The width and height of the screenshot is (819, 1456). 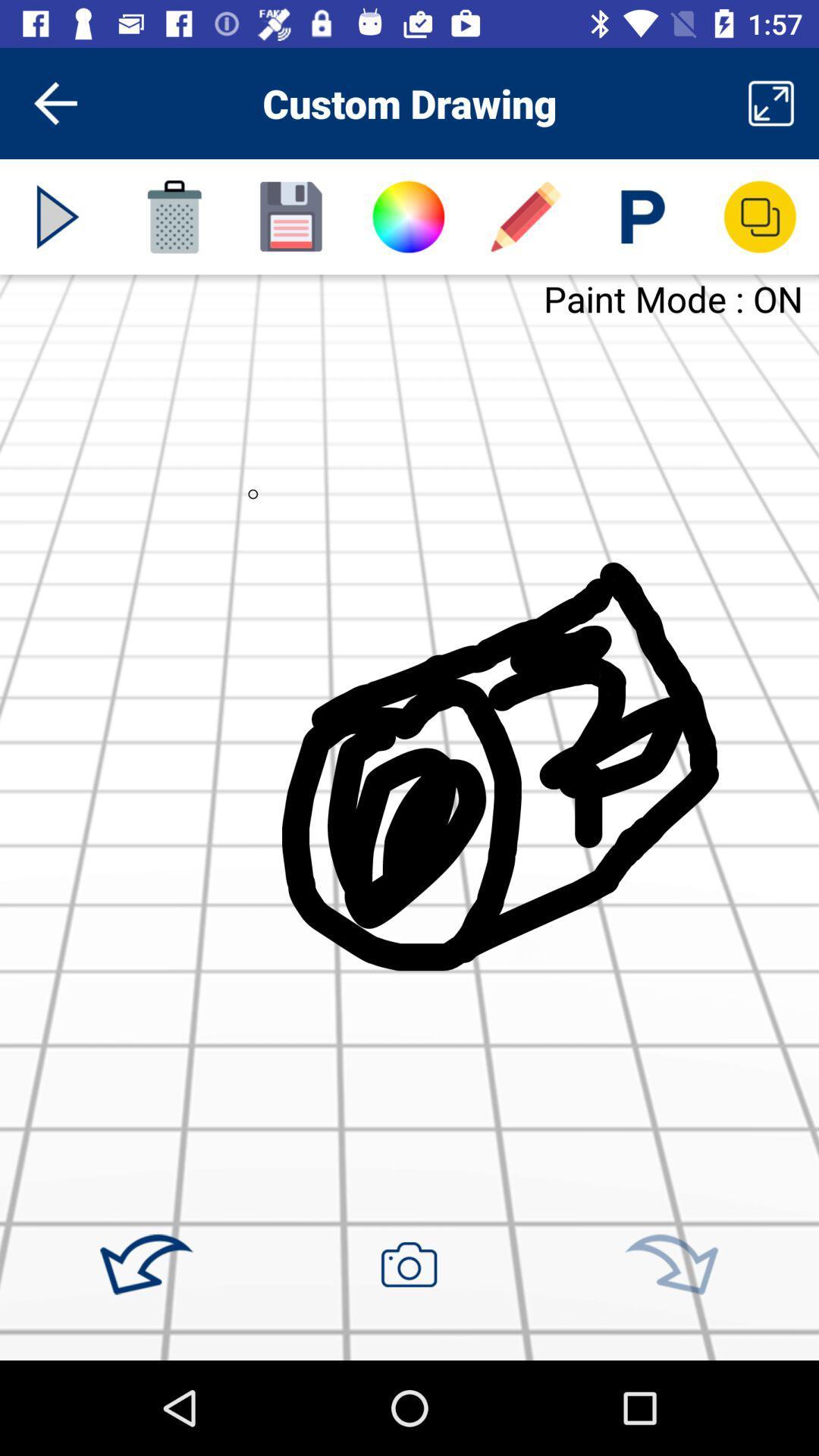 I want to click on the copy icon, so click(x=760, y=216).